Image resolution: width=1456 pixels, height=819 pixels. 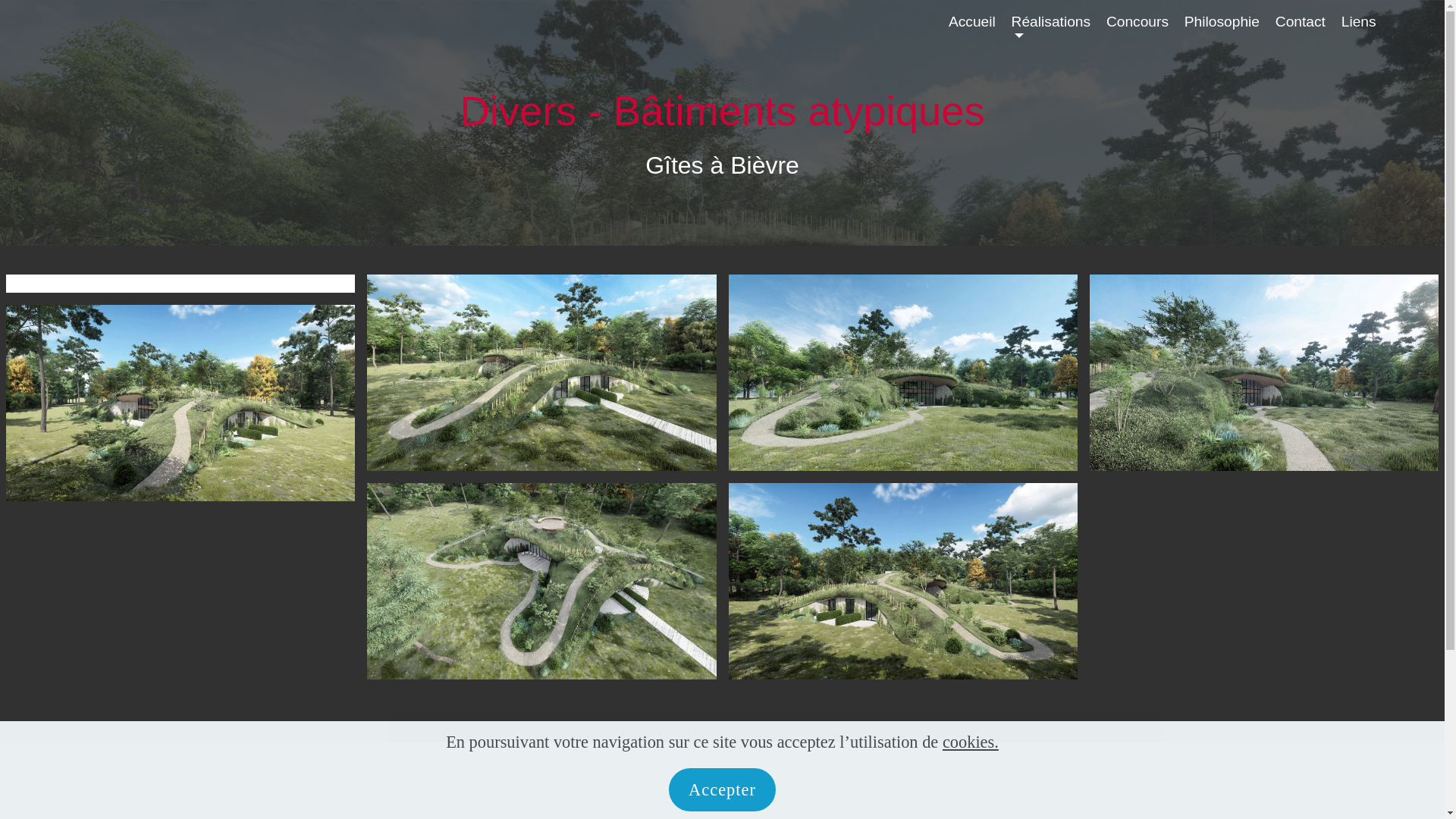 What do you see at coordinates (1222, 29) in the screenshot?
I see `'Philosophie'` at bounding box center [1222, 29].